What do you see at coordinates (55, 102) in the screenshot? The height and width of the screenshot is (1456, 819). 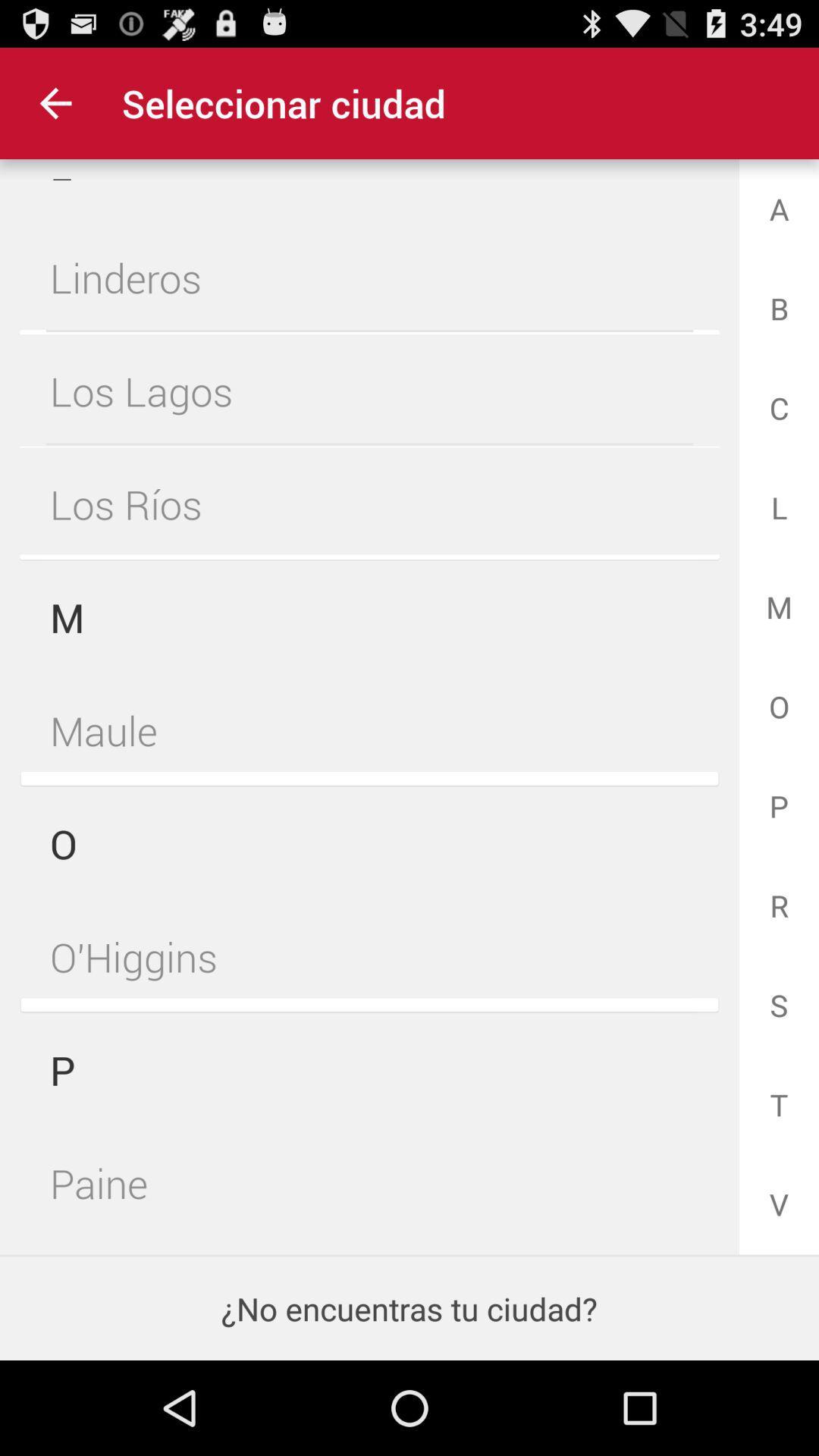 I see `icon to the left of seleccionar ciudad icon` at bounding box center [55, 102].